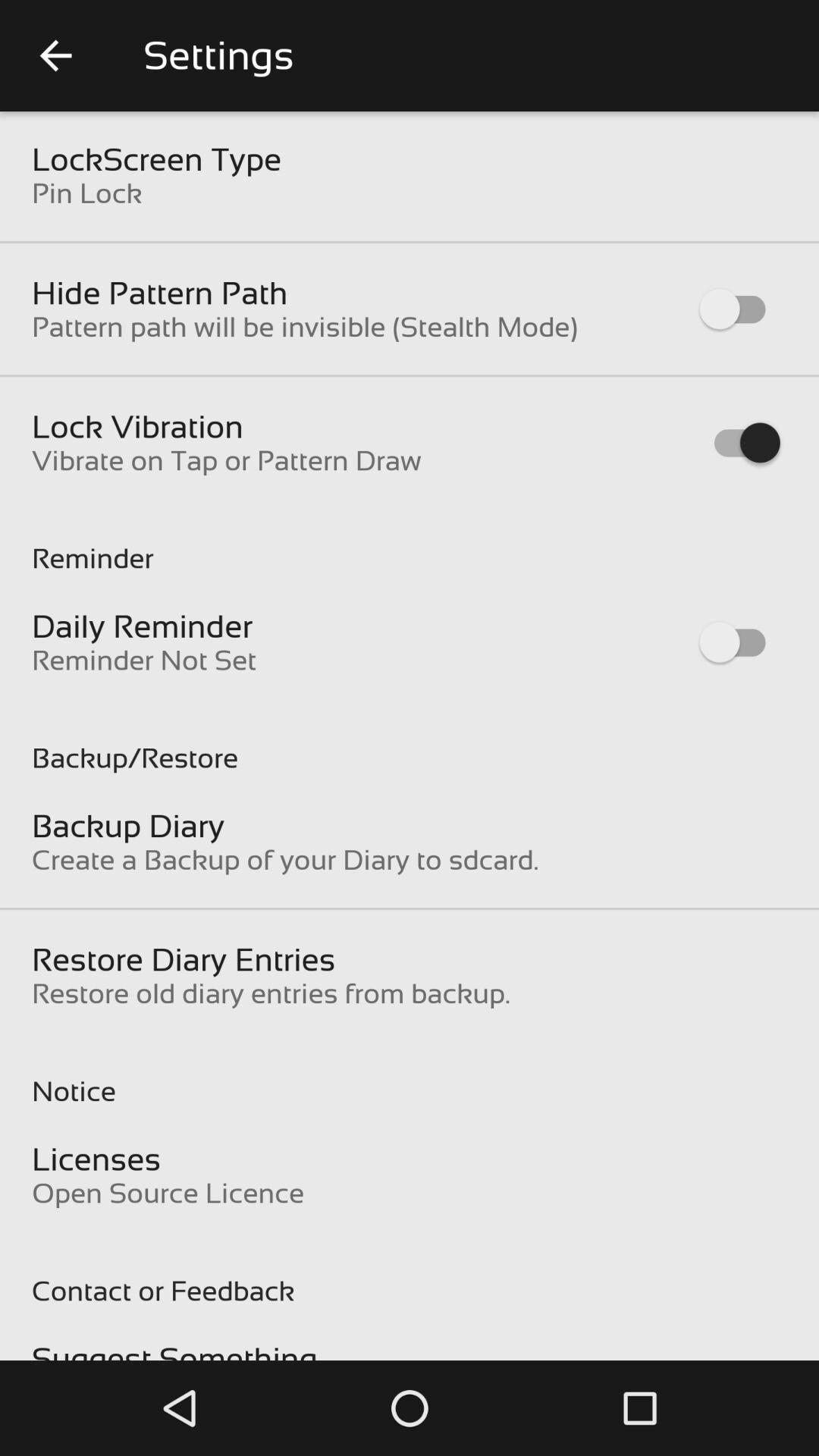  I want to click on pin lock, so click(86, 192).